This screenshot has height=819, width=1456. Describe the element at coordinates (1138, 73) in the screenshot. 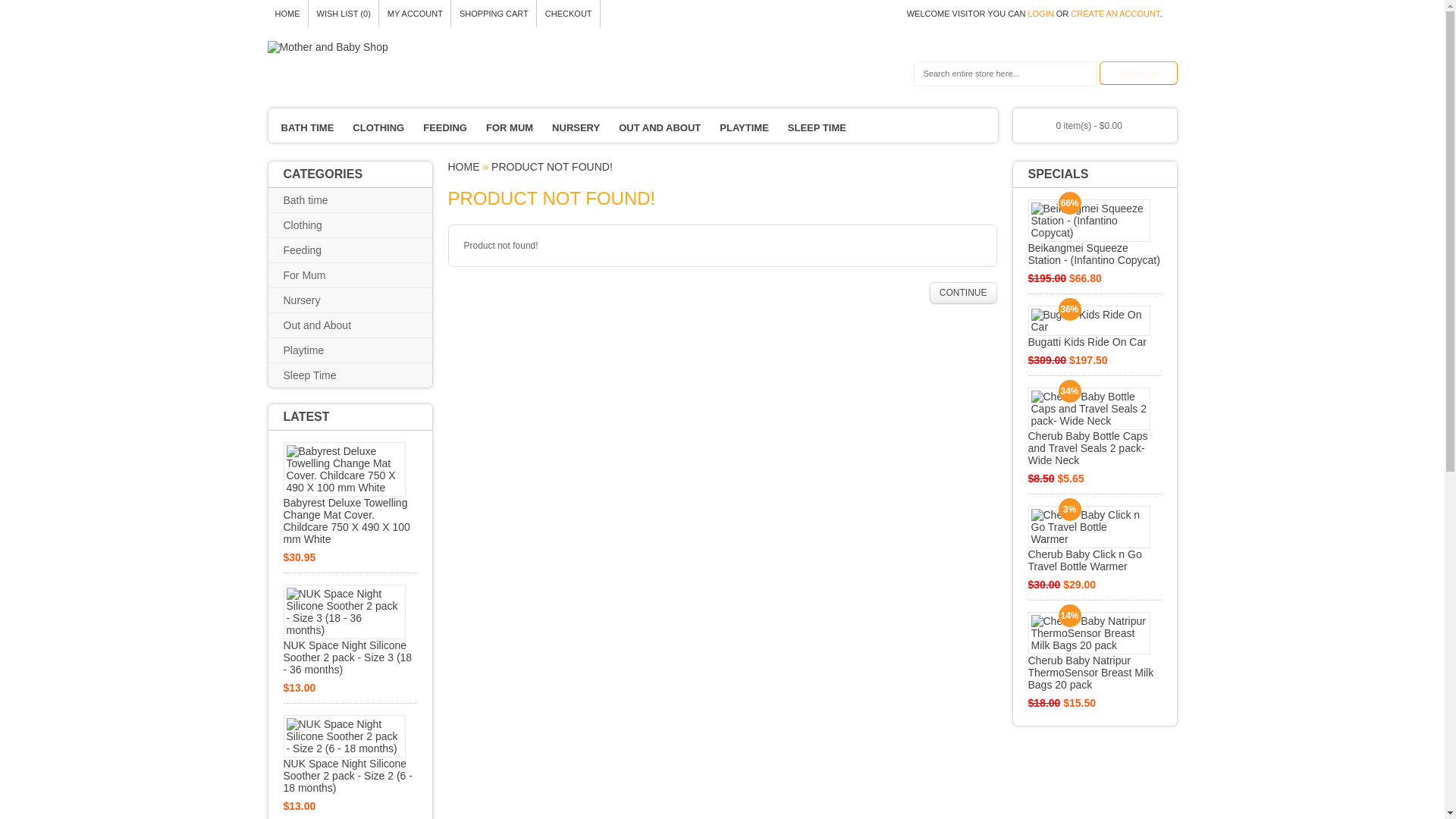

I see `'Search'` at that location.